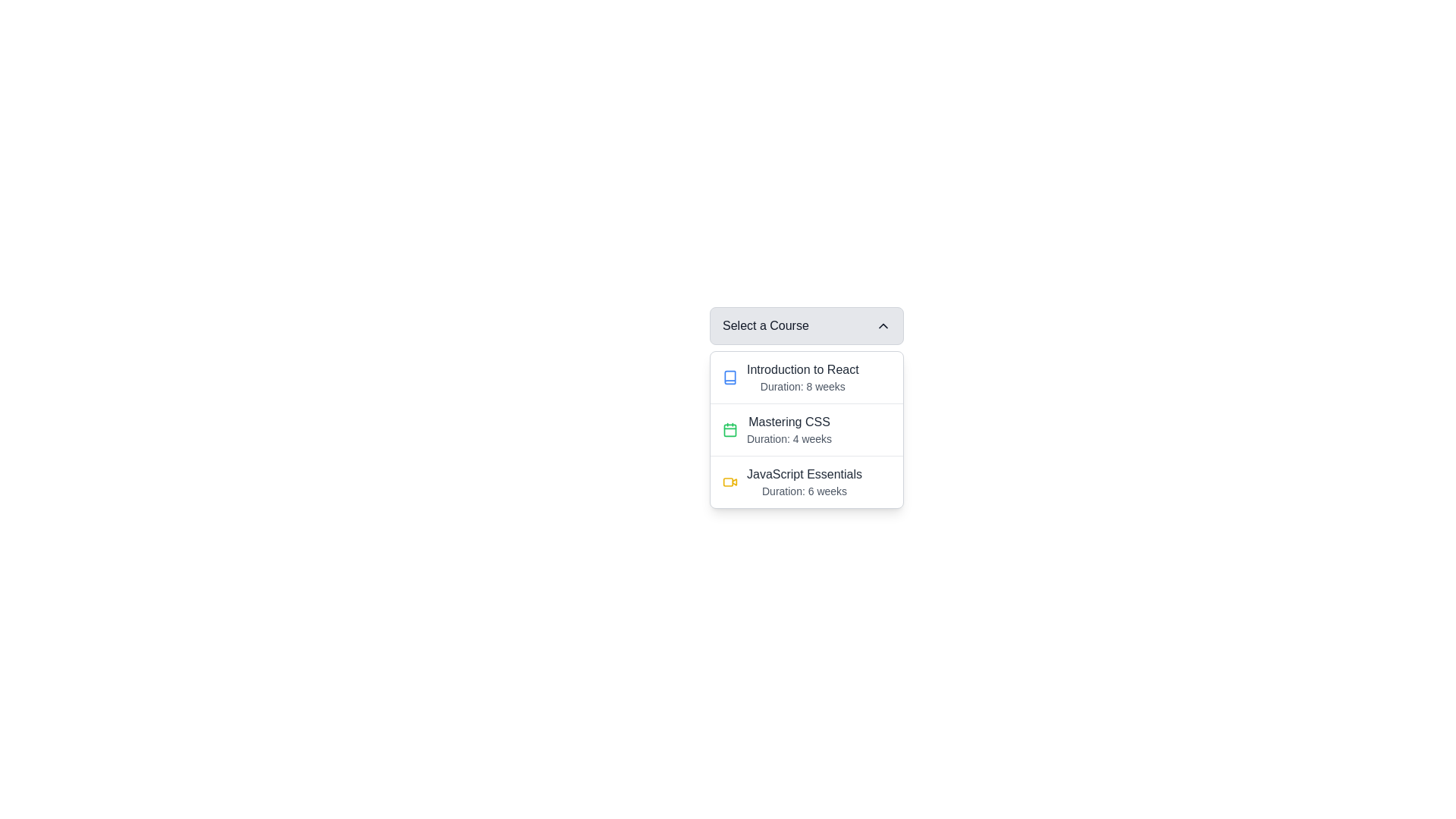  I want to click on the 'Mastering CSS' course option in the dropdown list under the 'Select a Course' header, so click(789, 430).